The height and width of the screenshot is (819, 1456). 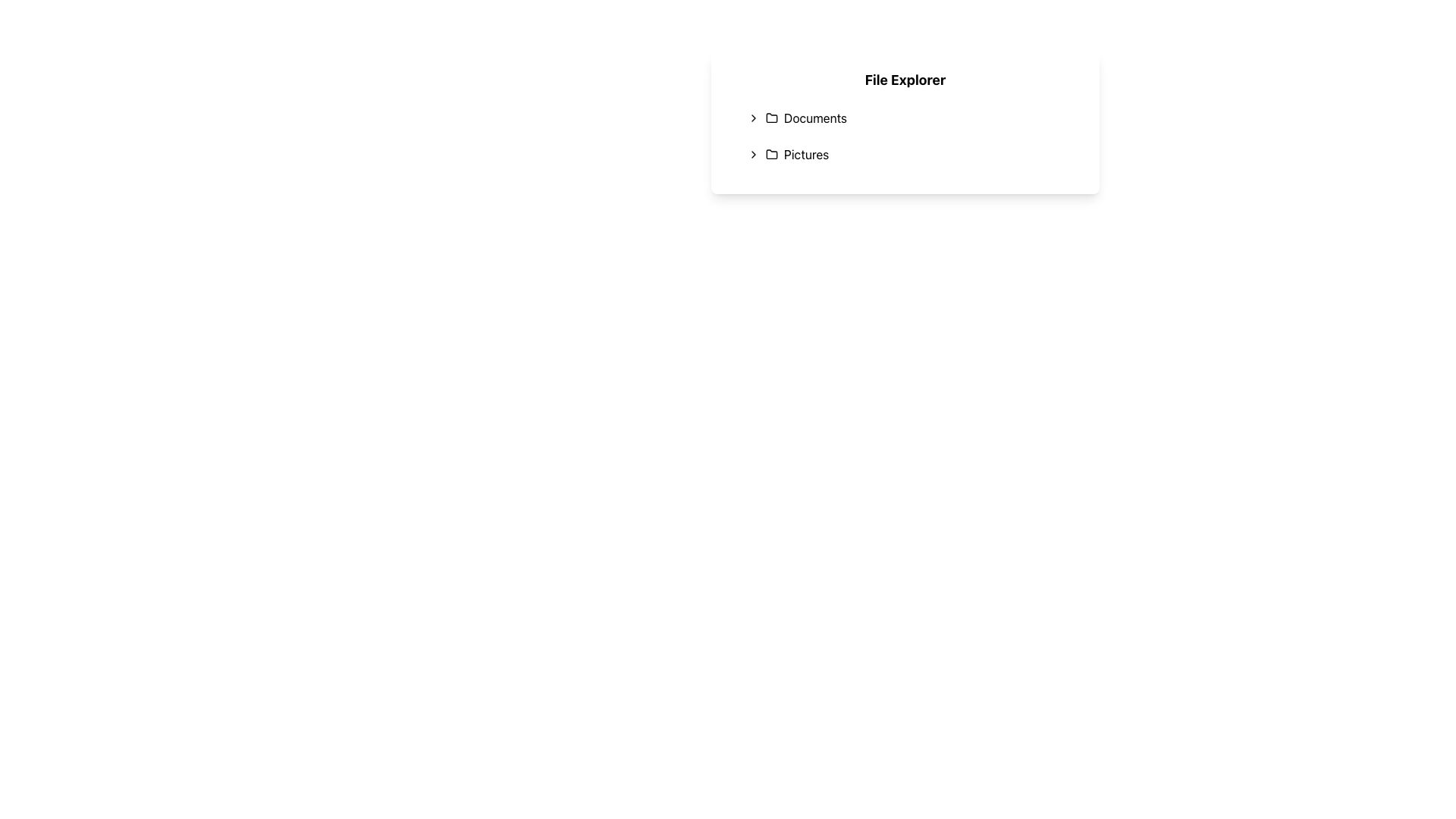 I want to click on the text label element that reads 'Pictures', so click(x=805, y=155).